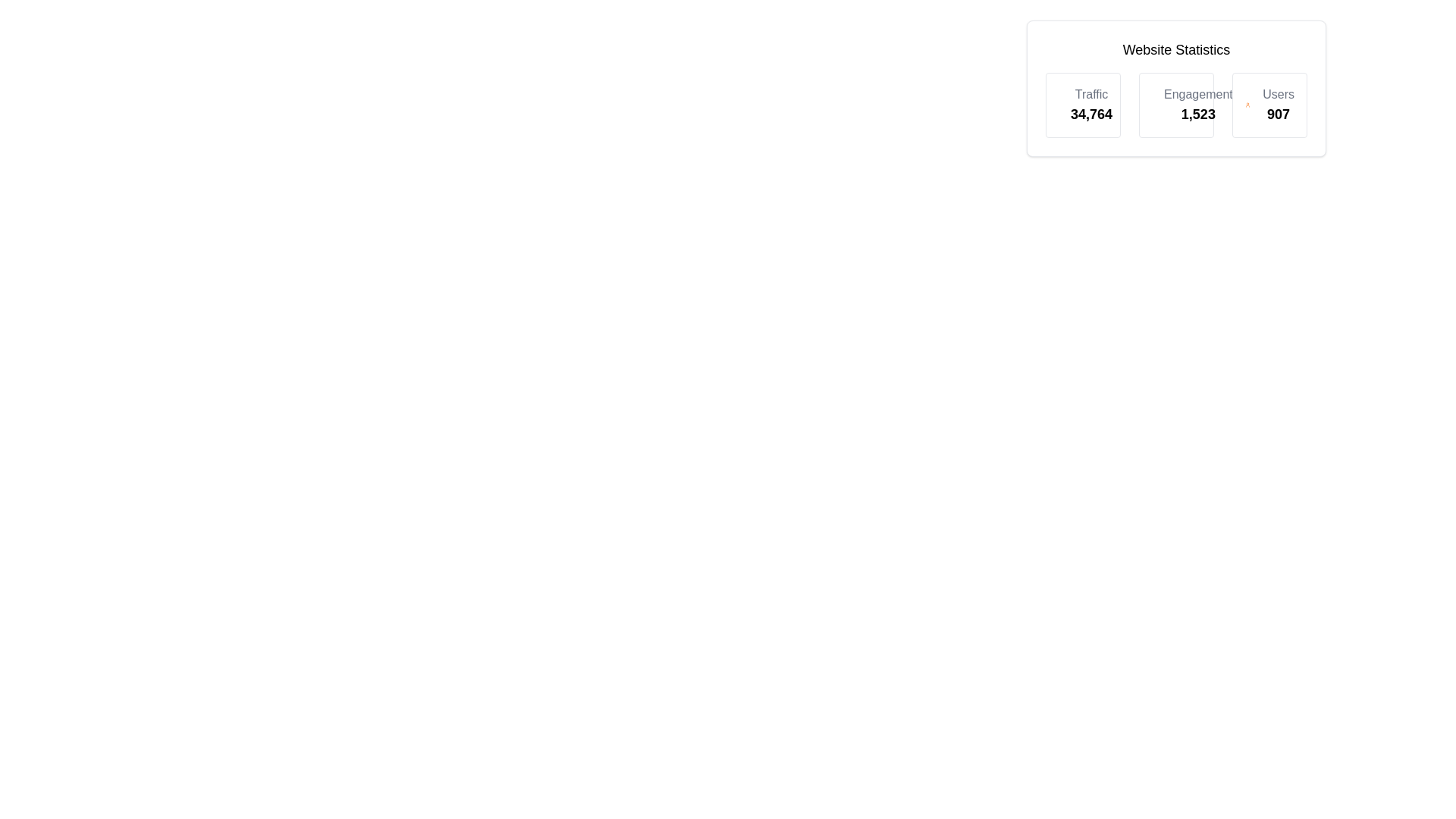 The image size is (1456, 819). Describe the element at coordinates (1197, 104) in the screenshot. I see `the Text element displaying 'Engagement' with the number '1,523' styled in gray and bold, located in the statistics card below 'Website Statistics'` at that location.